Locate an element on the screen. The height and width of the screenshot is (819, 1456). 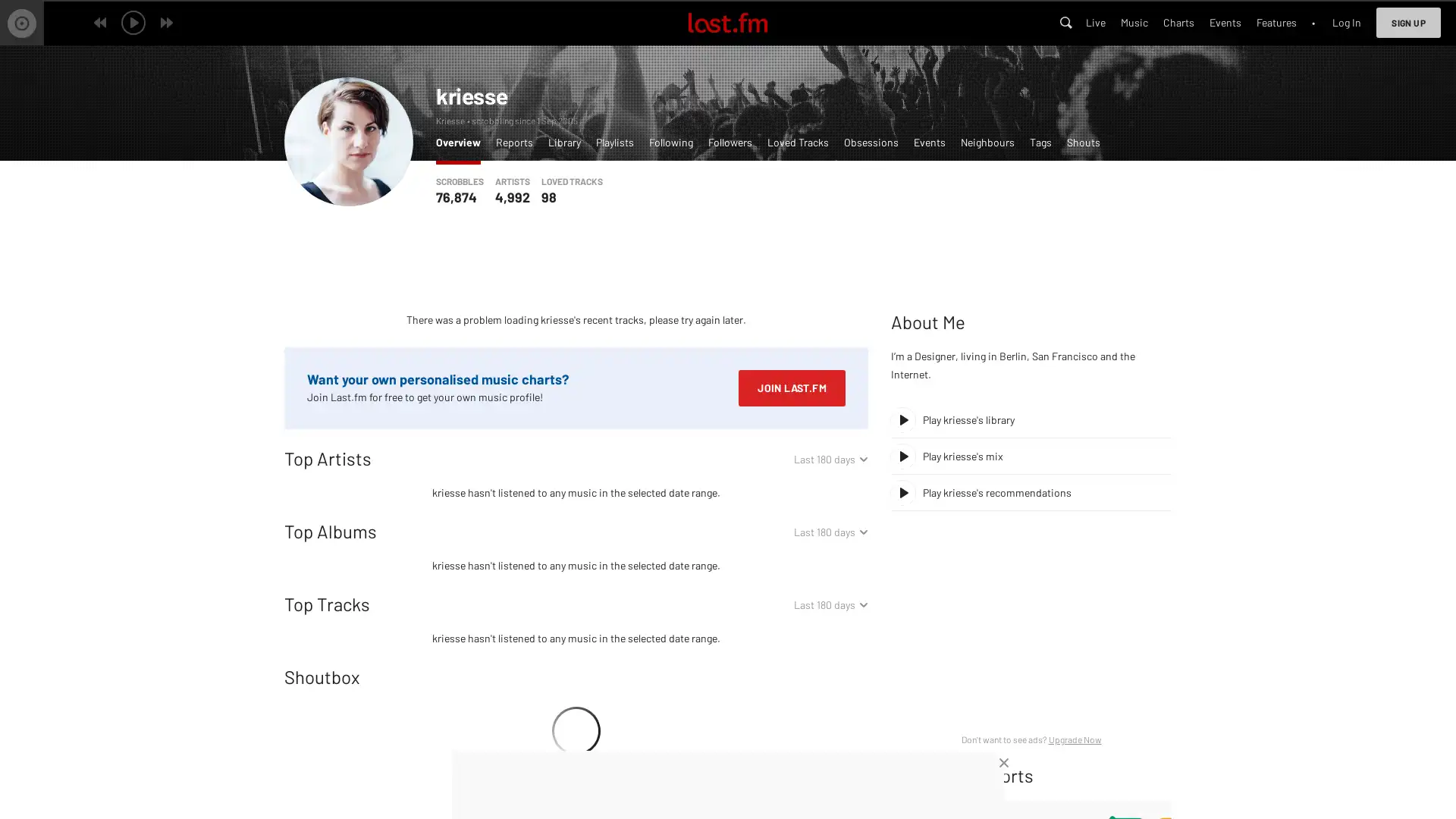
Sorted by: Last 180 days is located at coordinates (830, 532).